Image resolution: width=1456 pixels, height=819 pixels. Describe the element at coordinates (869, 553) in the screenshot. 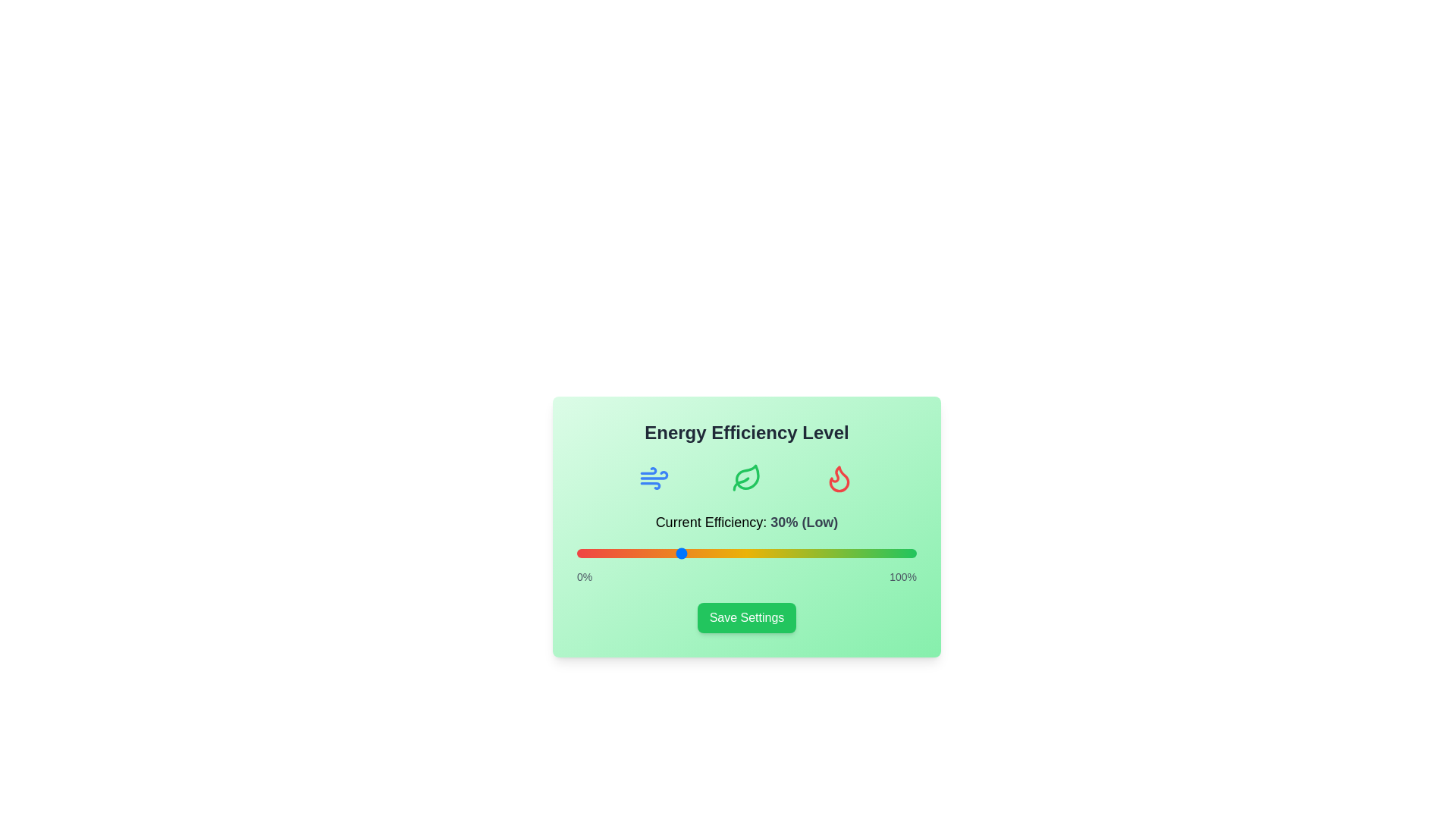

I see `the efficiency slider to 86%` at that location.